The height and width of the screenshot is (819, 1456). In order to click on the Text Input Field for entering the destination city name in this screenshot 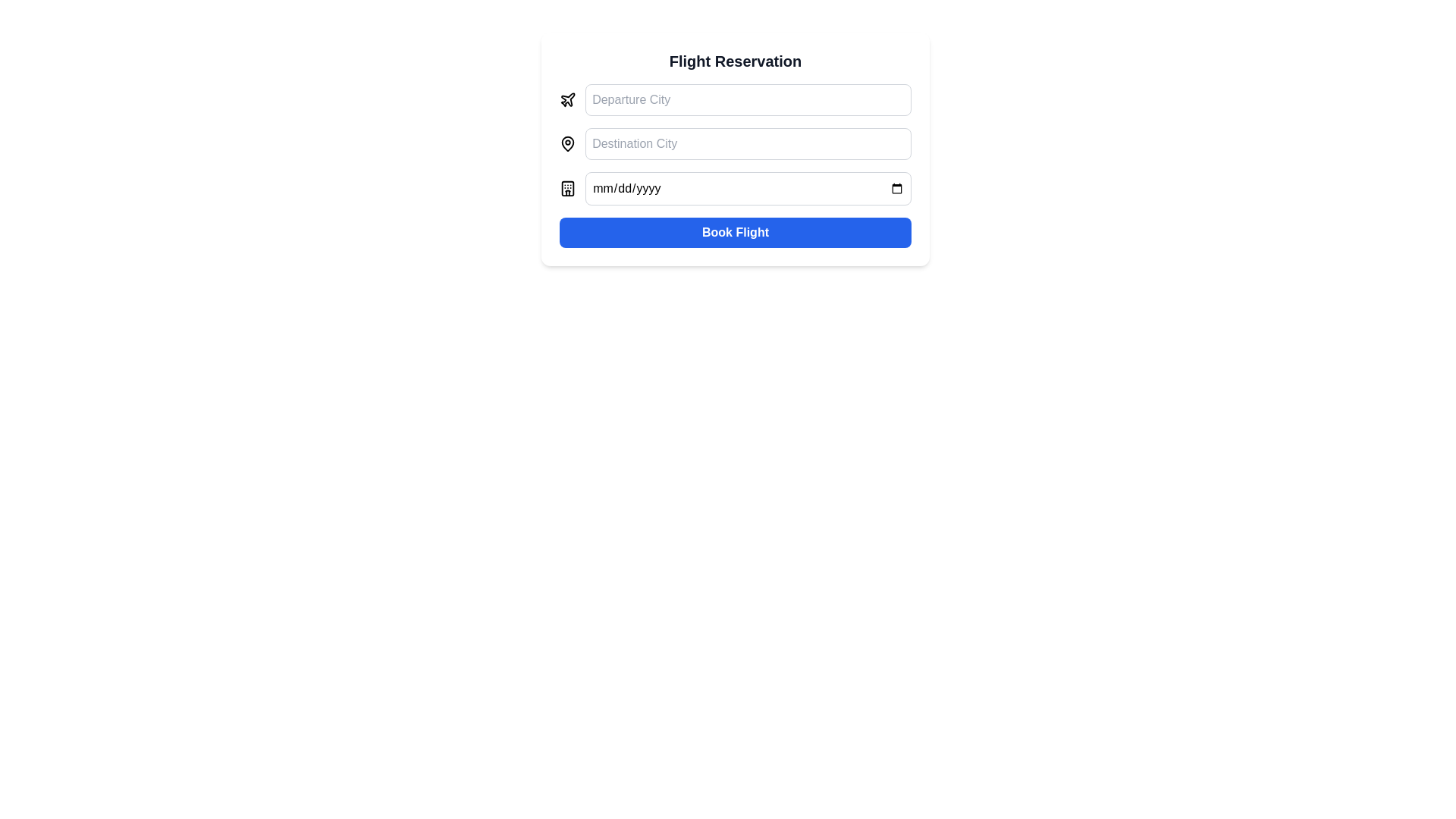, I will do `click(748, 143)`.